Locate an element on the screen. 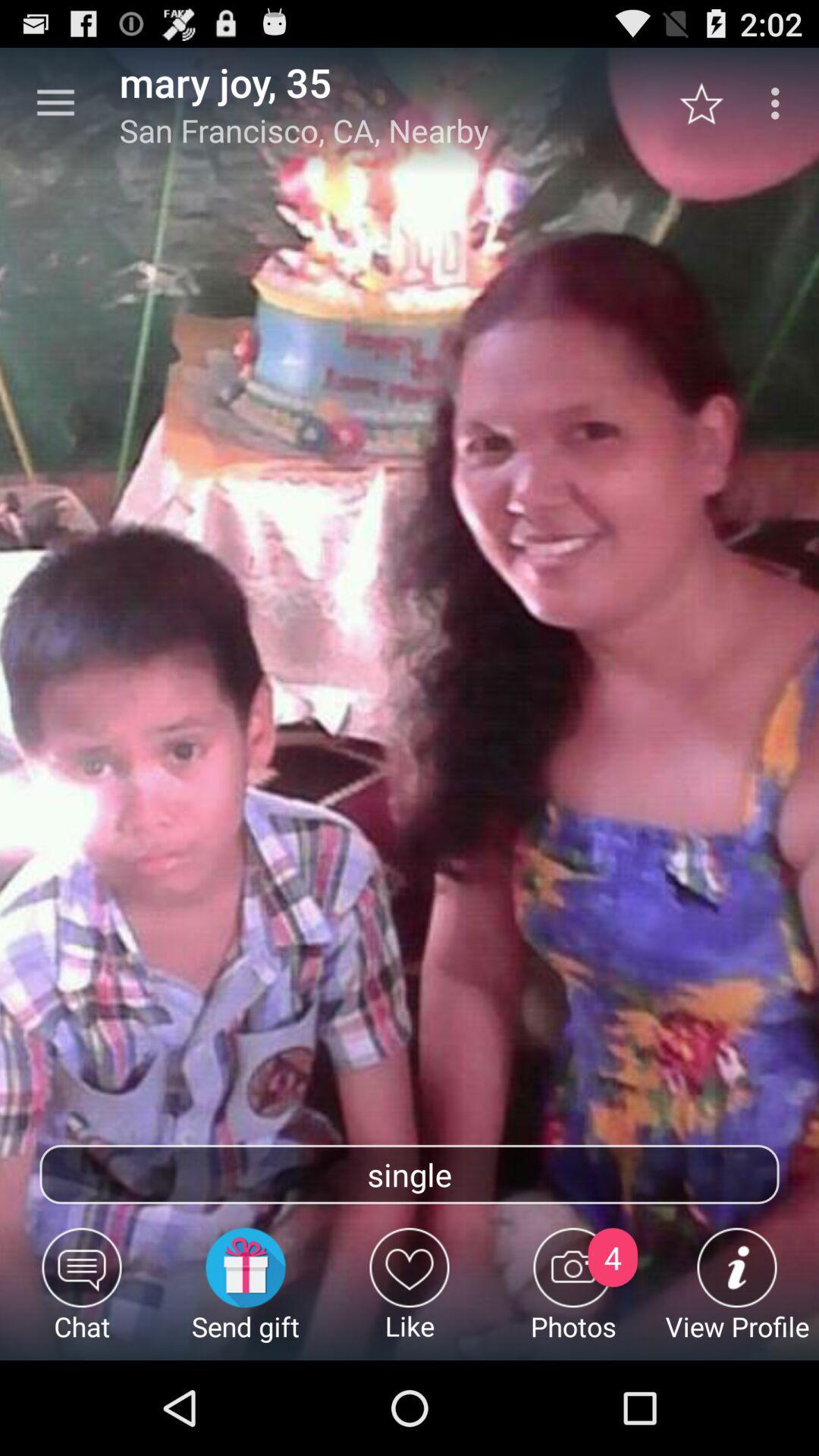  icon to the right of photos item is located at coordinates (736, 1293).